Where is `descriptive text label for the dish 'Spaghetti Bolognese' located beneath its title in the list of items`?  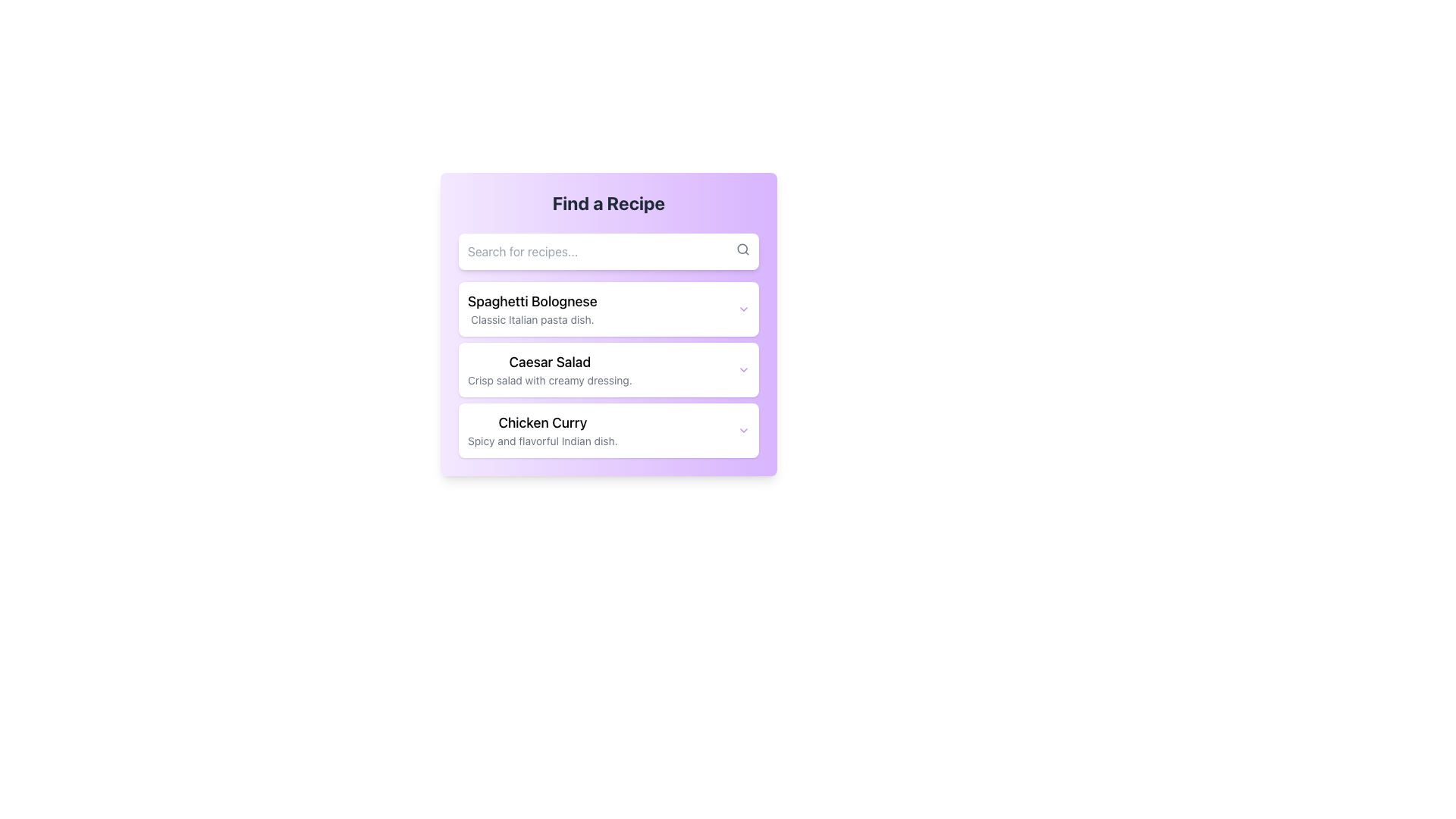 descriptive text label for the dish 'Spaghetti Bolognese' located beneath its title in the list of items is located at coordinates (532, 318).